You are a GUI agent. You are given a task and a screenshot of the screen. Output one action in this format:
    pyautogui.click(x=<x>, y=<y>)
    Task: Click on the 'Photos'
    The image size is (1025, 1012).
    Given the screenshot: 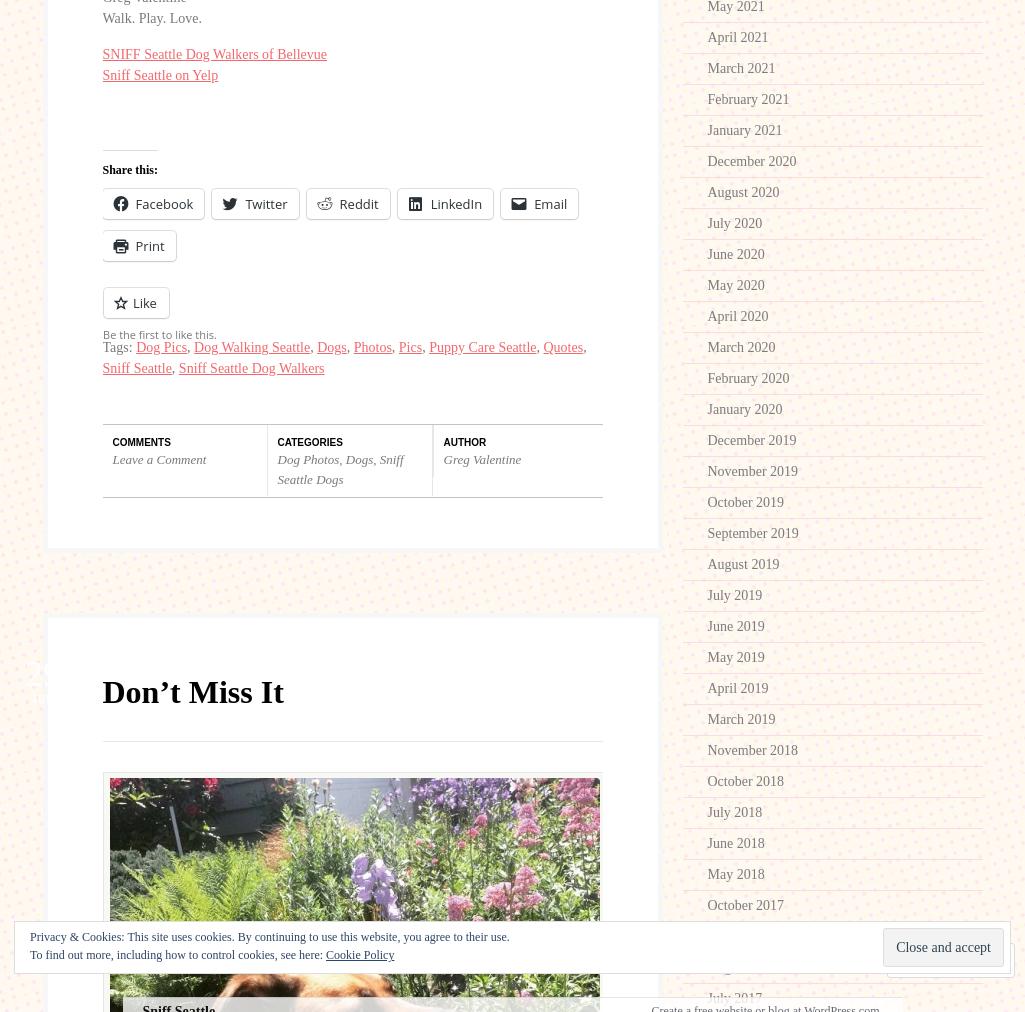 What is the action you would take?
    pyautogui.click(x=370, y=346)
    